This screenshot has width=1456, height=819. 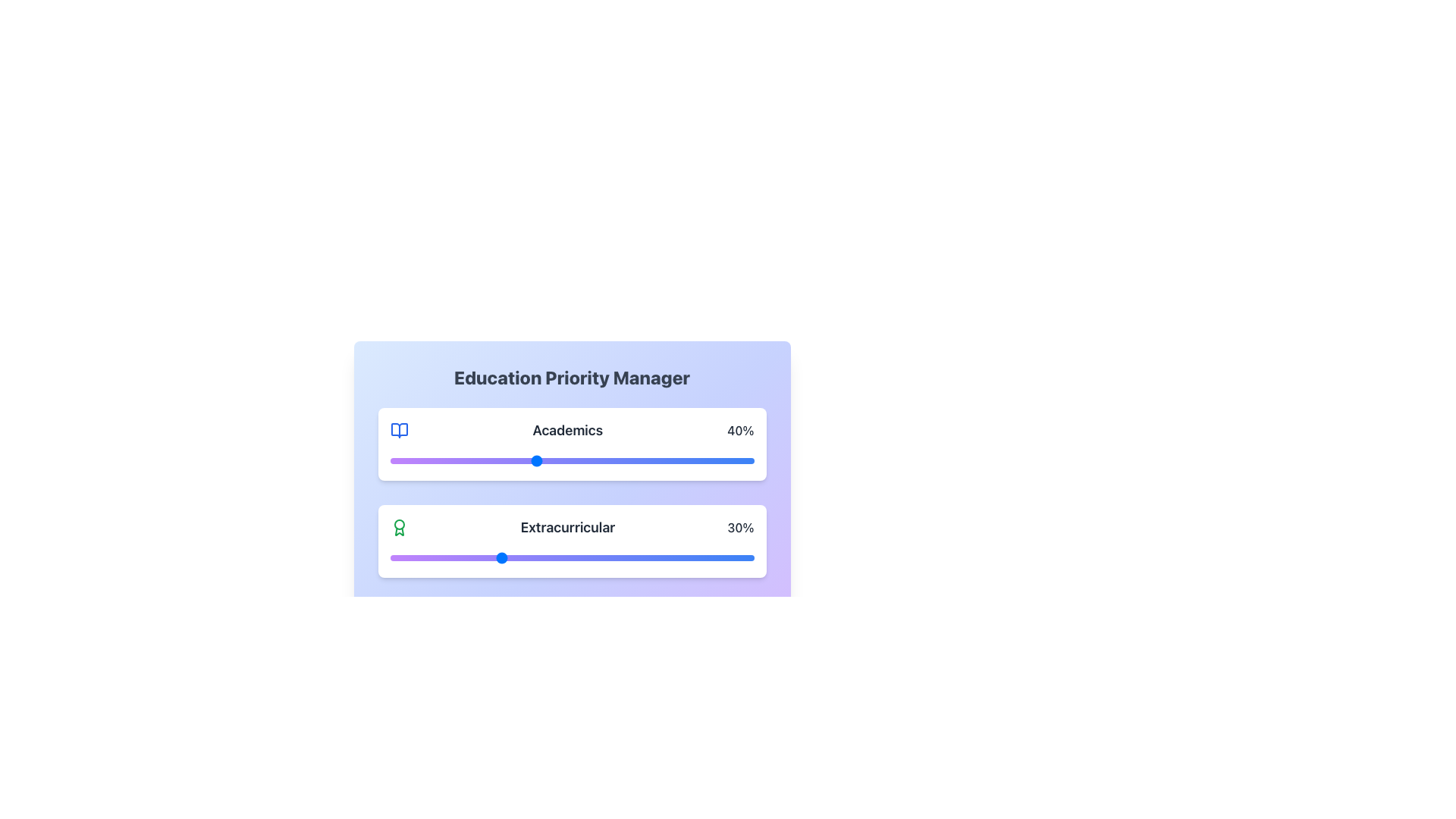 I want to click on the interactive sliders in the 'Education Priority Manager' component, so click(x=571, y=540).